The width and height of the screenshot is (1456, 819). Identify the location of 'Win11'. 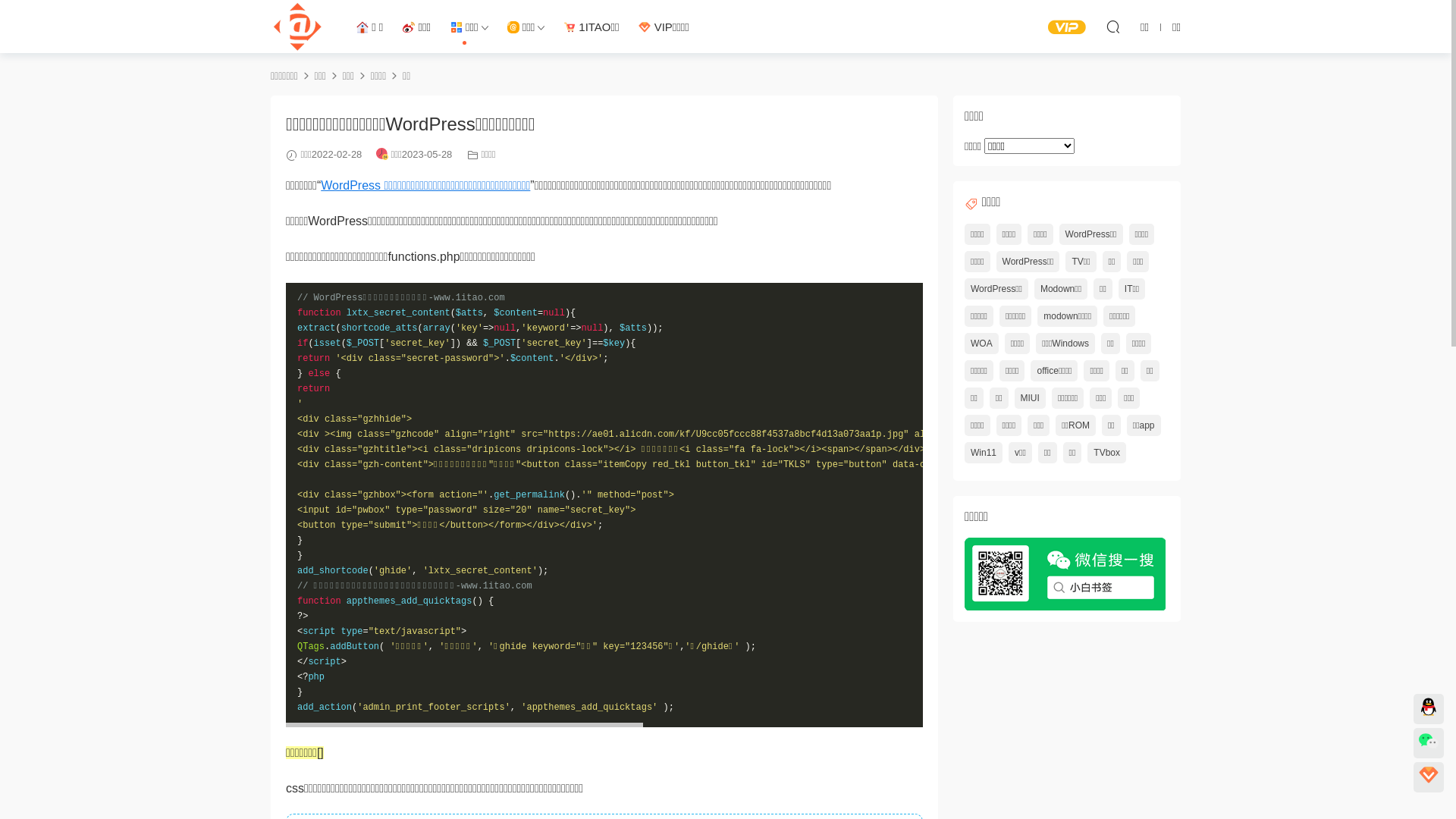
(983, 451).